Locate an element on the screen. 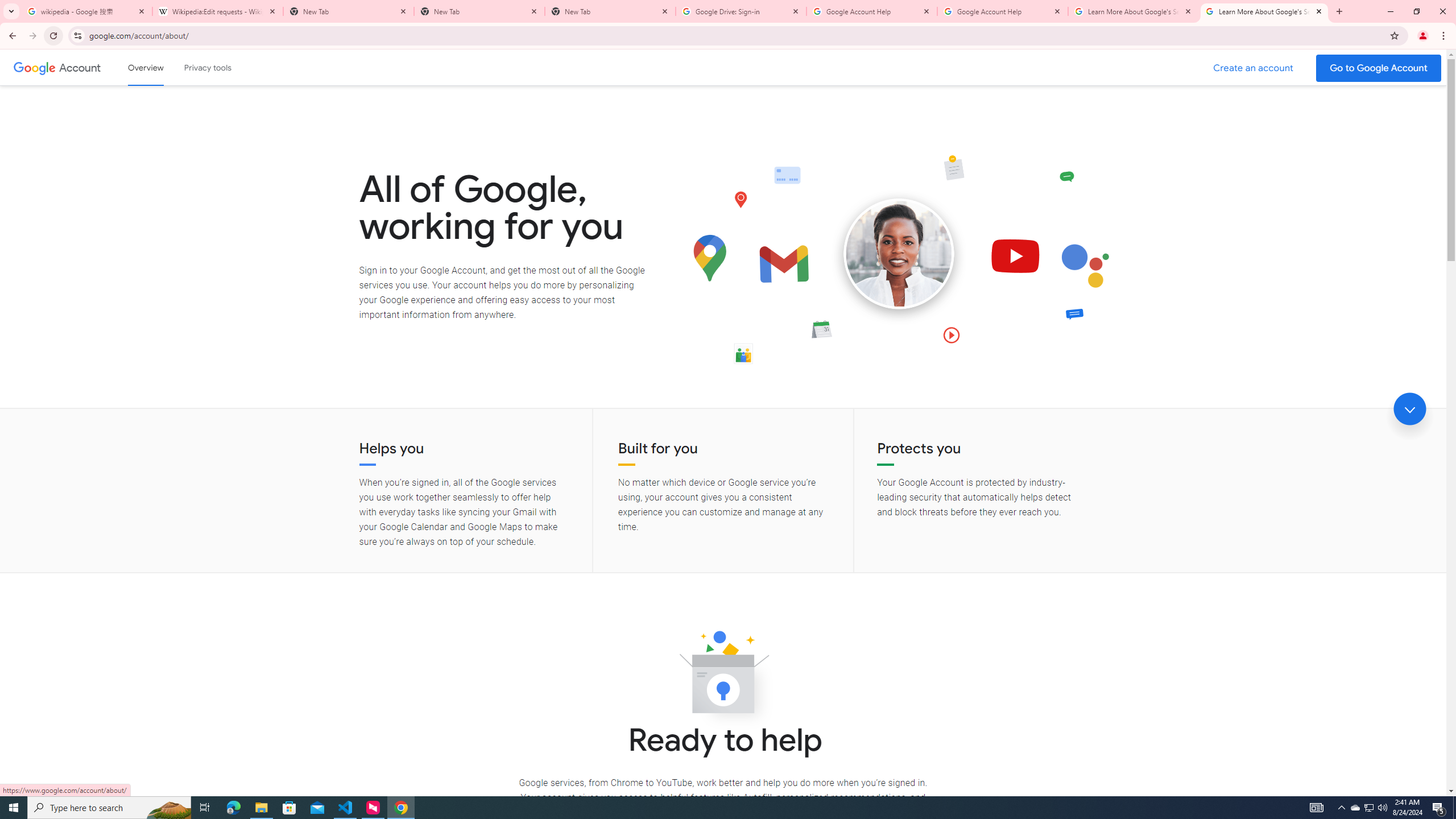  'Wikipedia:Edit requests - Wikipedia' is located at coordinates (217, 11).